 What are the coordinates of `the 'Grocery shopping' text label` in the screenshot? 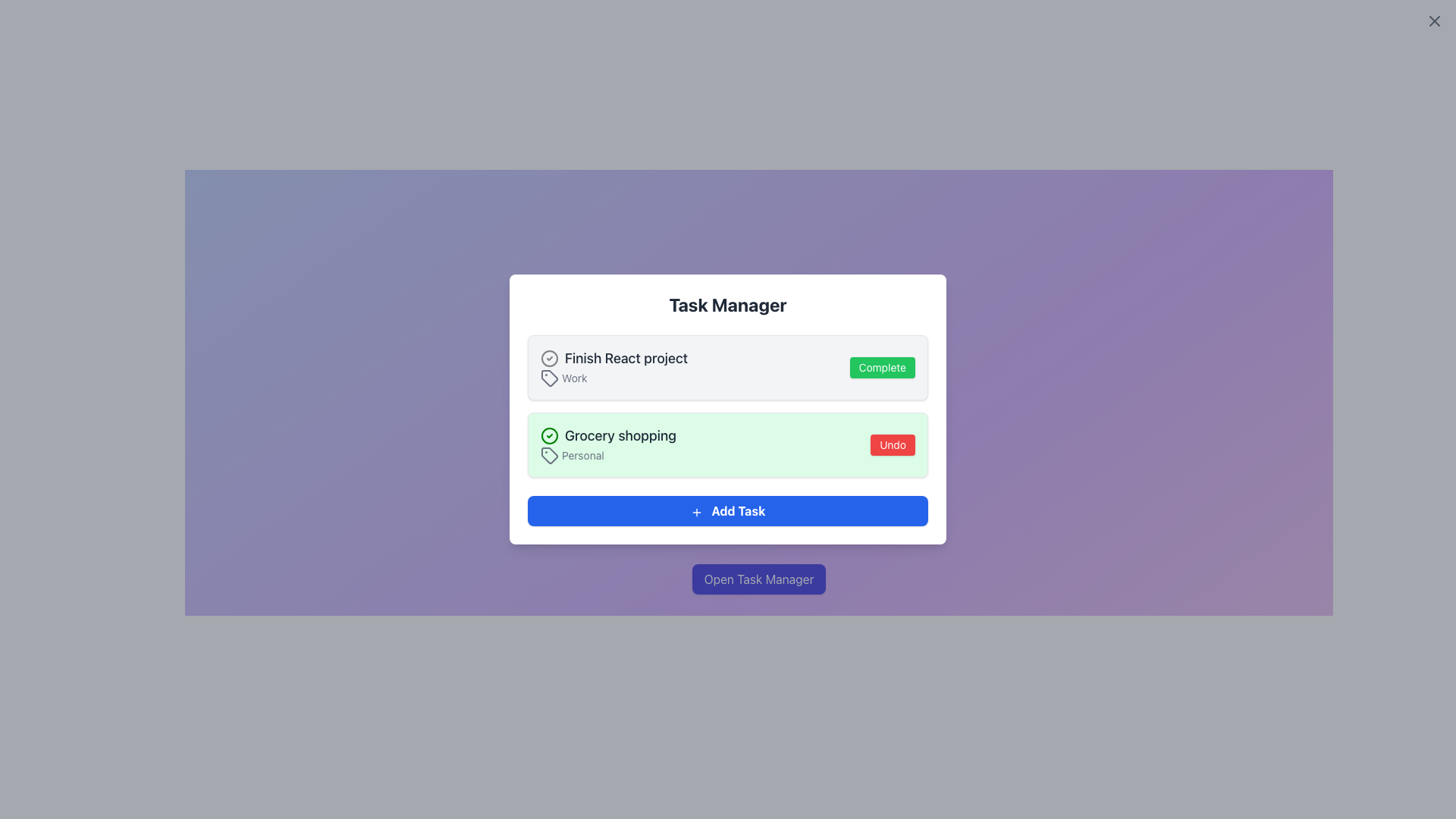 It's located at (608, 435).